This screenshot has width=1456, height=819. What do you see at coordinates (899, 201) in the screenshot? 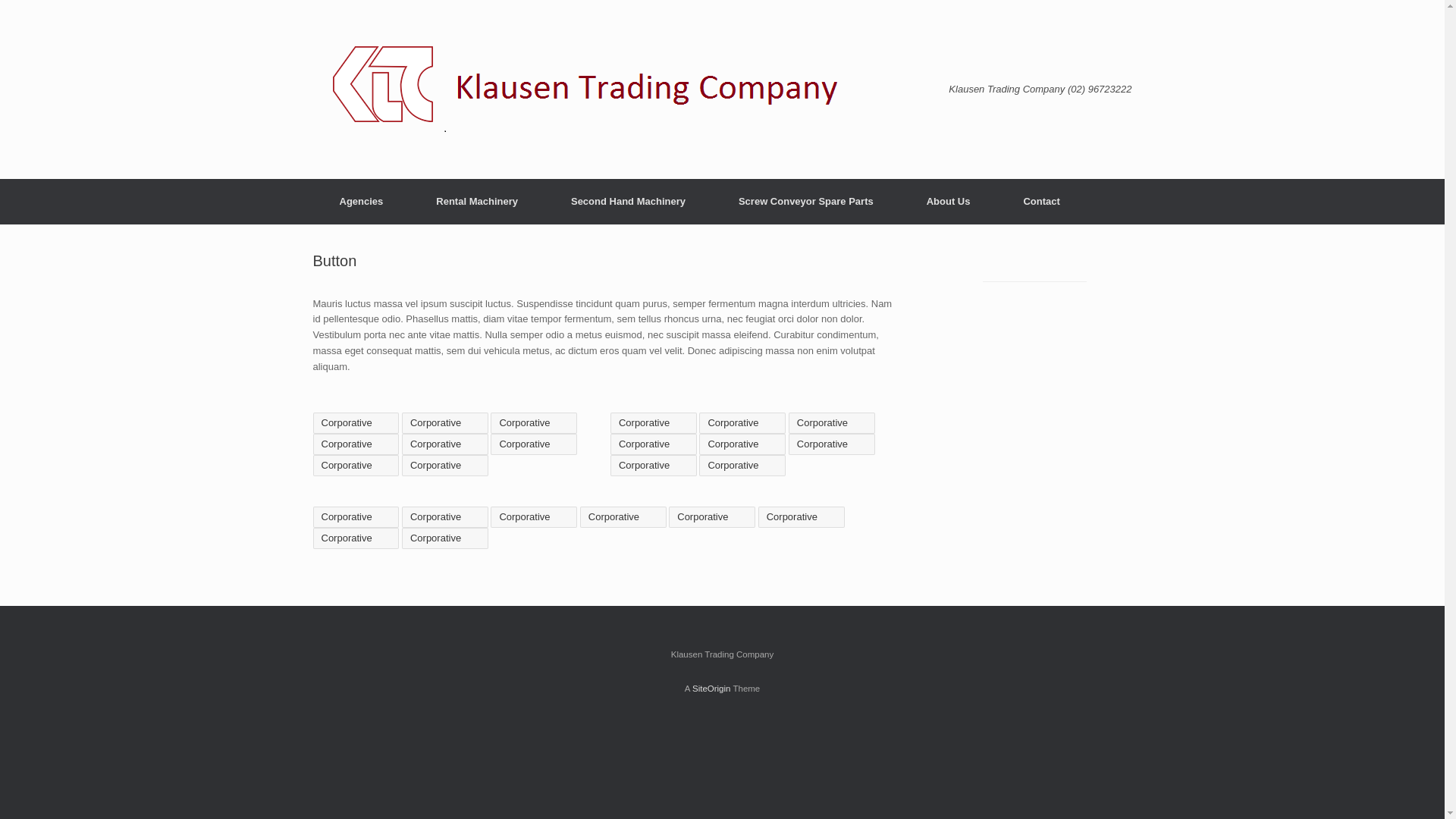
I see `'About Us'` at bounding box center [899, 201].